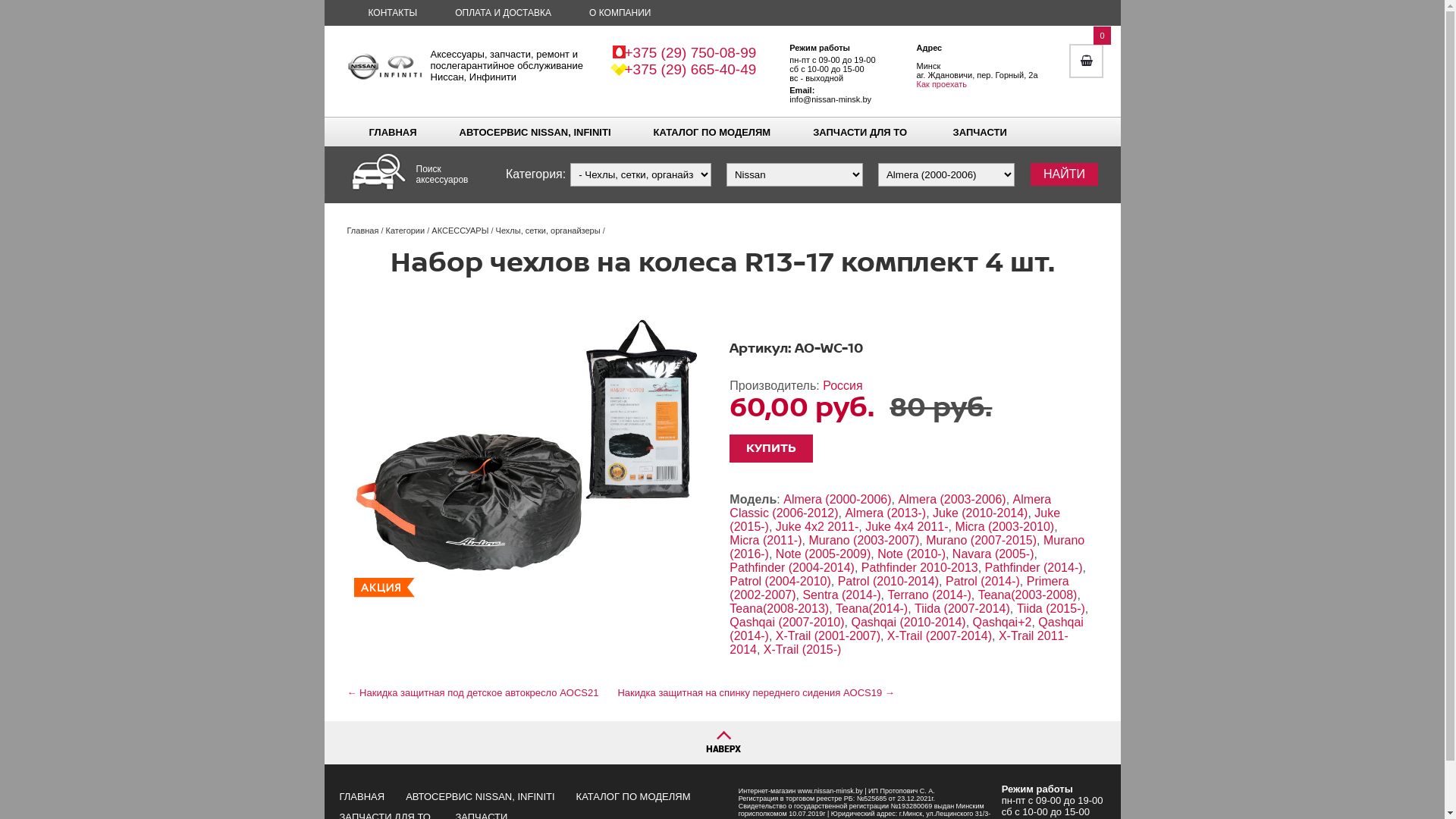 This screenshot has width=1456, height=819. I want to click on 'Murano (2016-)', so click(906, 547).